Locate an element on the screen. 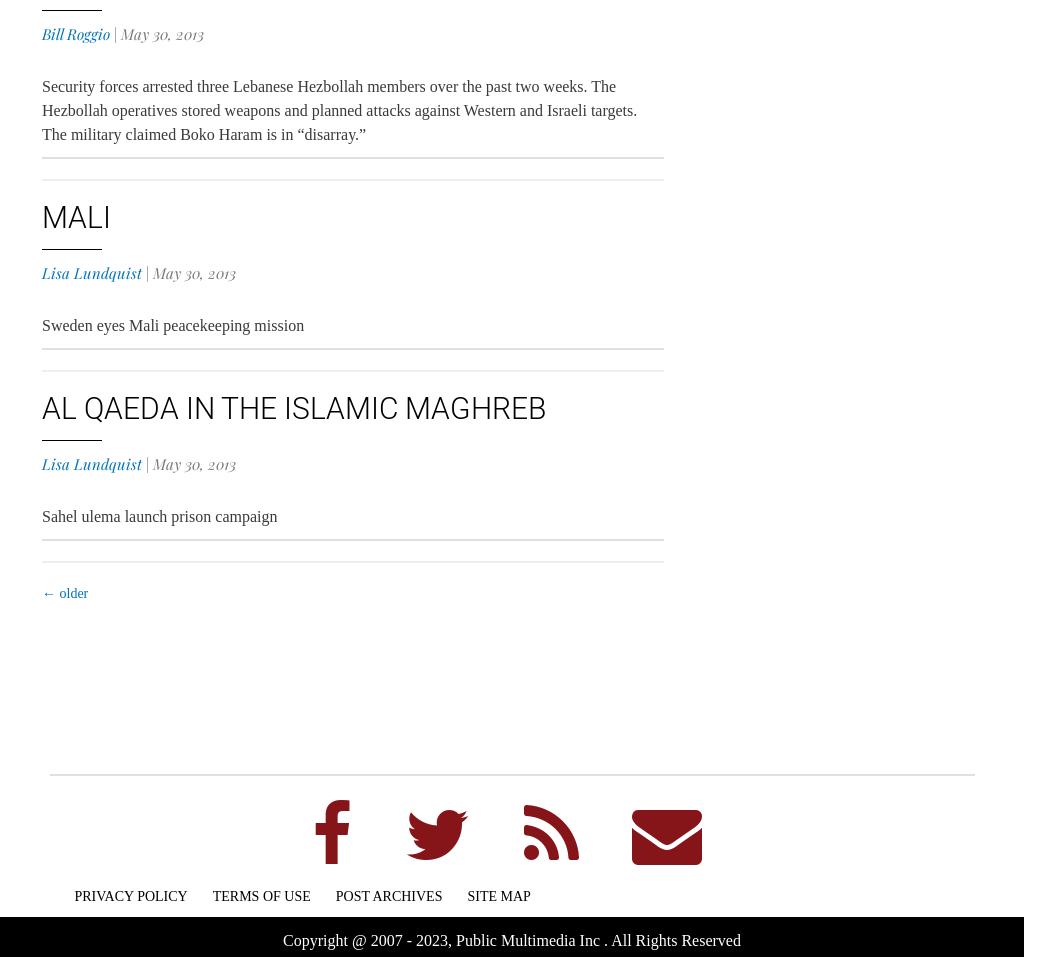 Image resolution: width=1039 pixels, height=957 pixels. 'older' is located at coordinates (71, 592).